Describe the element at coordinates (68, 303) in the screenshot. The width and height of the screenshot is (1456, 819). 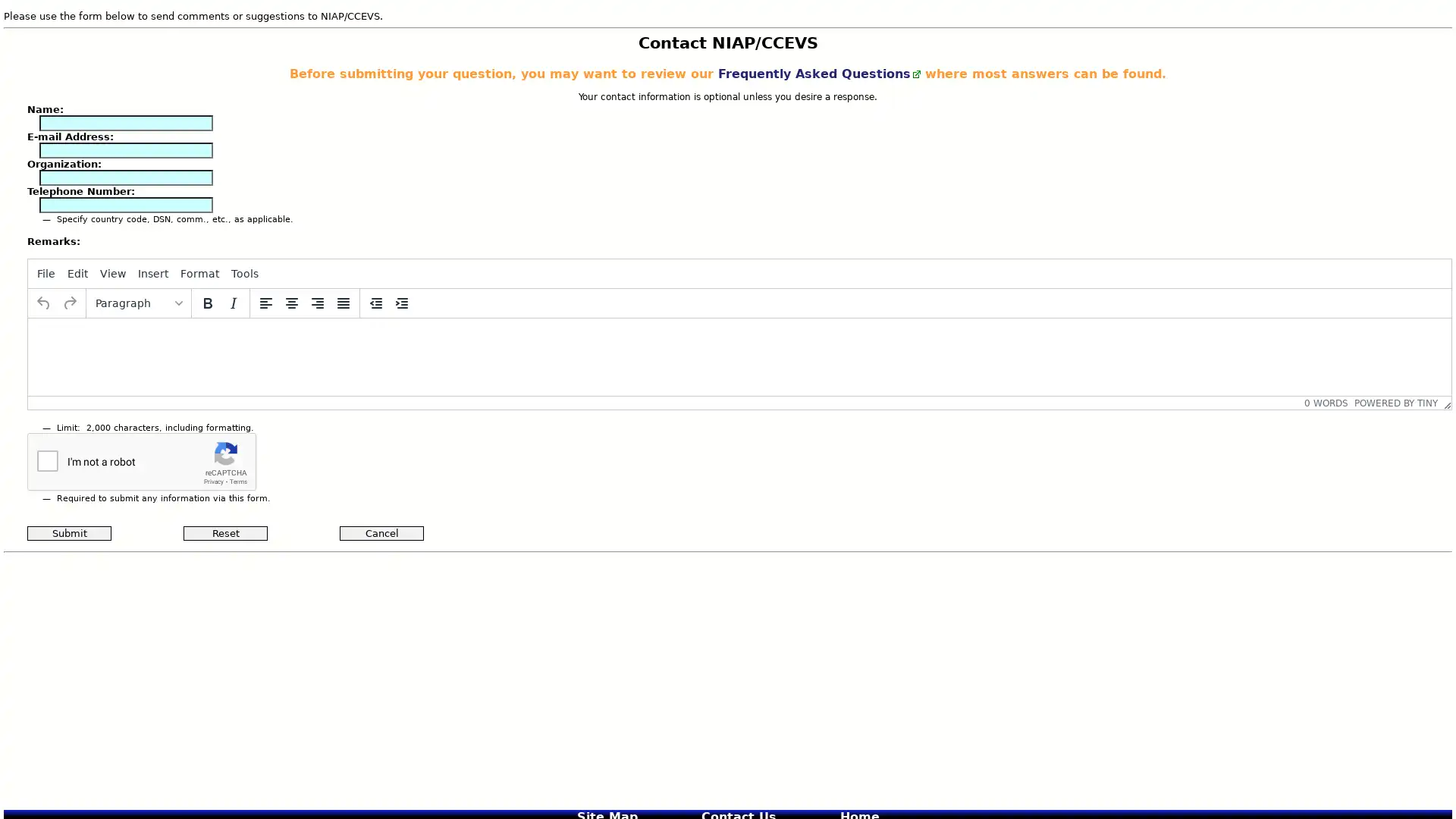
I see `Redo` at that location.